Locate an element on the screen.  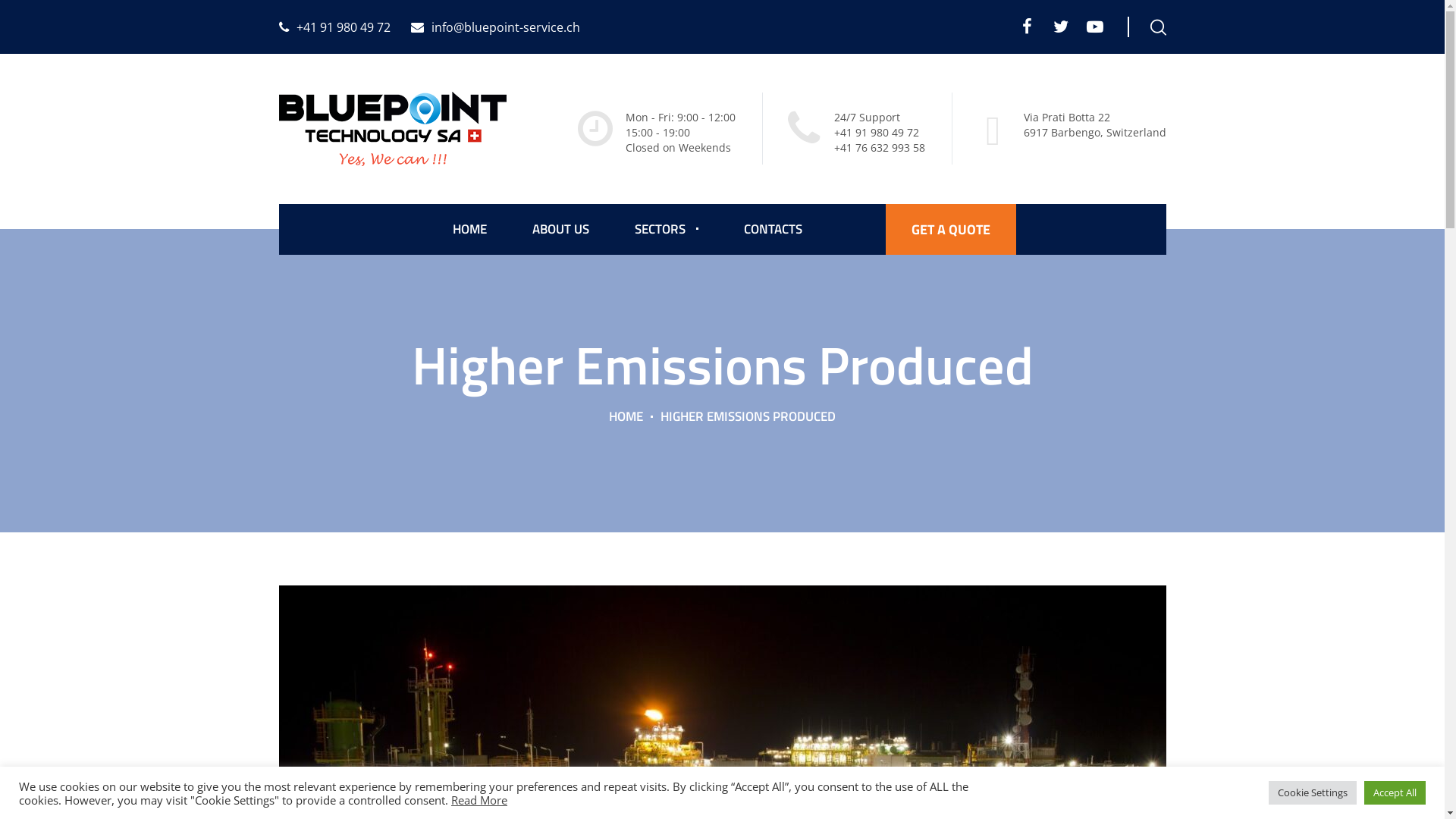
'Cookie Settings' is located at coordinates (1312, 792).